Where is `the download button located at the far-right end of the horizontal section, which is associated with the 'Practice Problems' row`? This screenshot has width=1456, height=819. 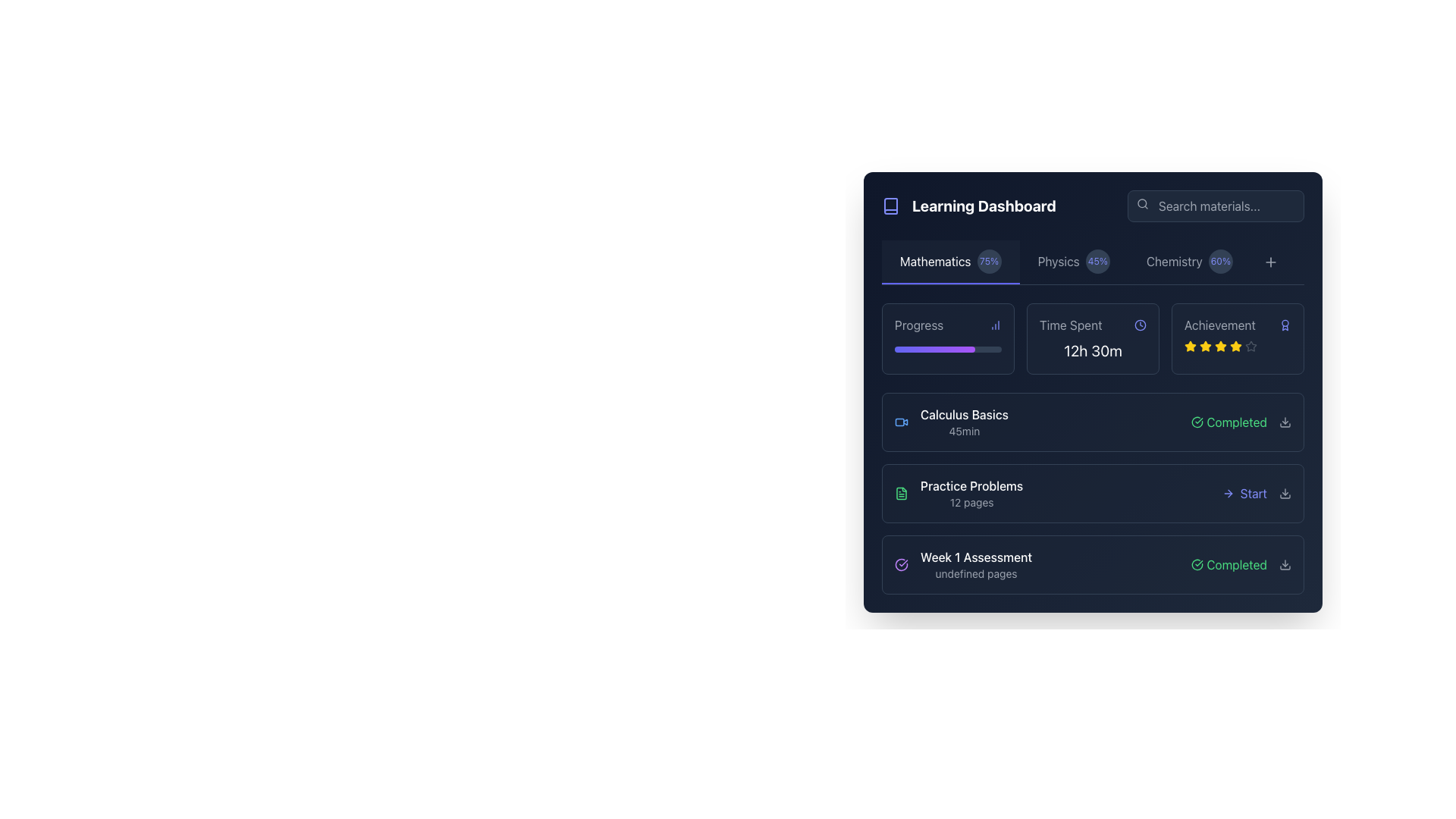
the download button located at the far-right end of the horizontal section, which is associated with the 'Practice Problems' row is located at coordinates (1284, 494).